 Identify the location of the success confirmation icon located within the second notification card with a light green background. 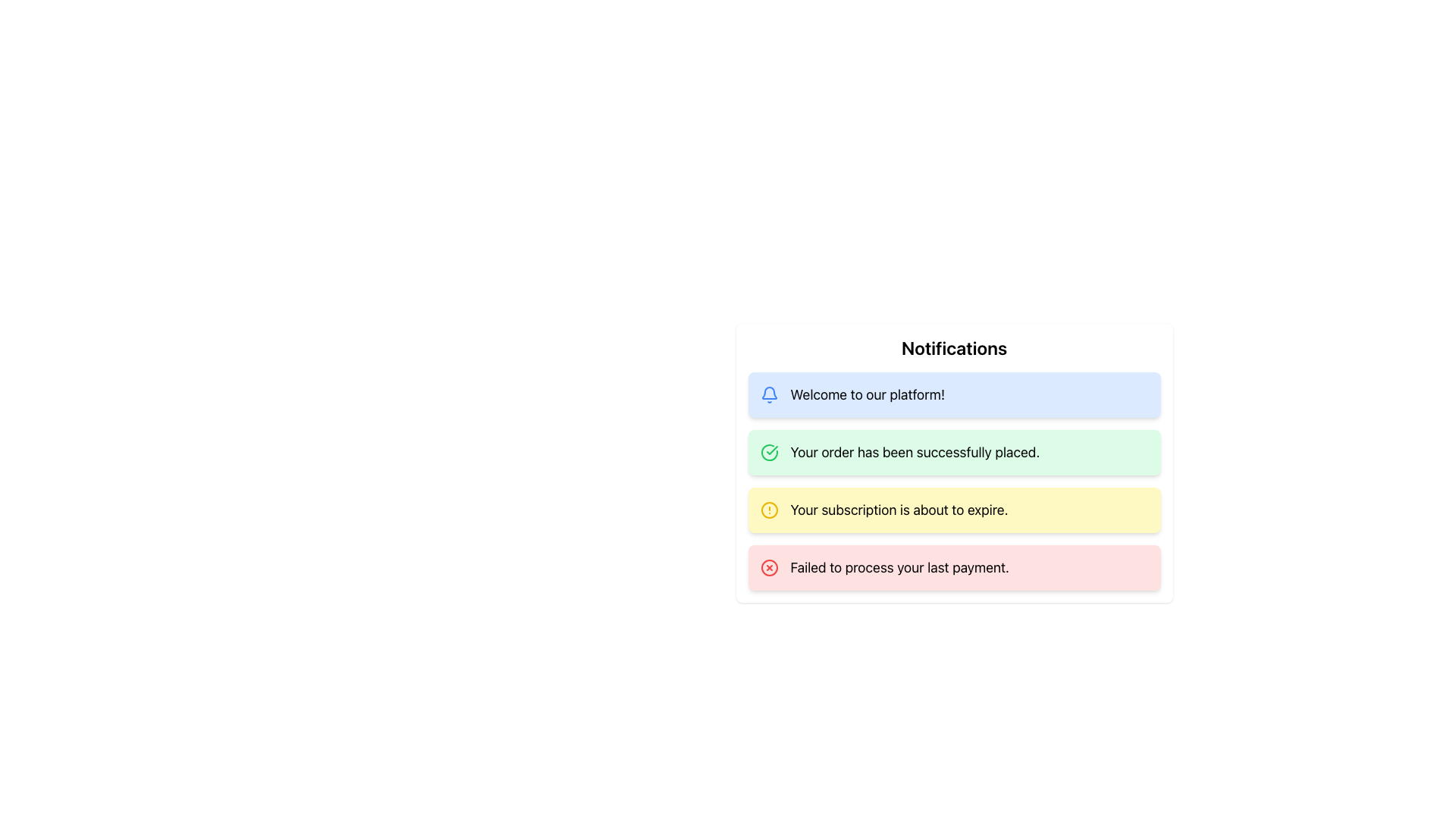
(769, 452).